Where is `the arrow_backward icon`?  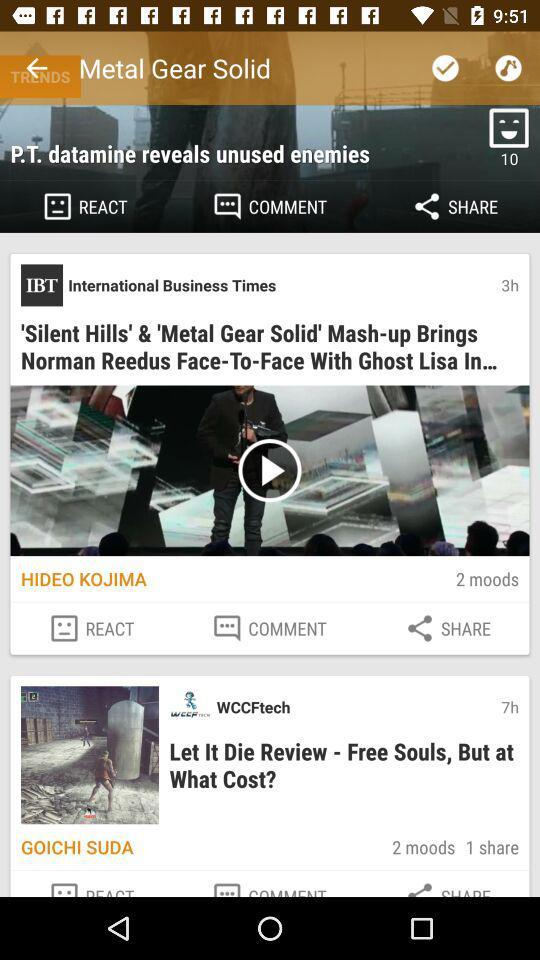 the arrow_backward icon is located at coordinates (36, 68).